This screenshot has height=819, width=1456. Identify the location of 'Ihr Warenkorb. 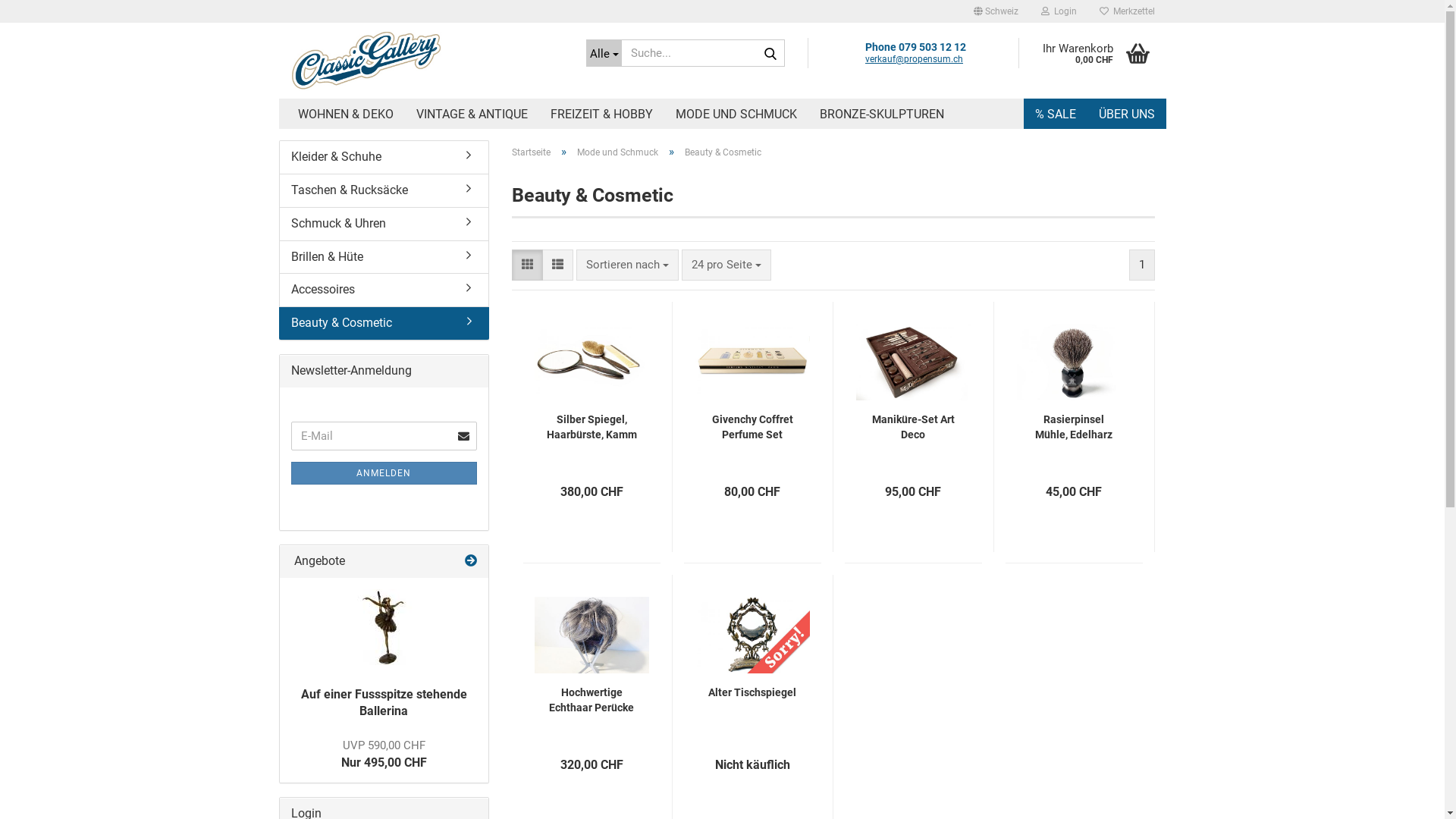
(1018, 52).